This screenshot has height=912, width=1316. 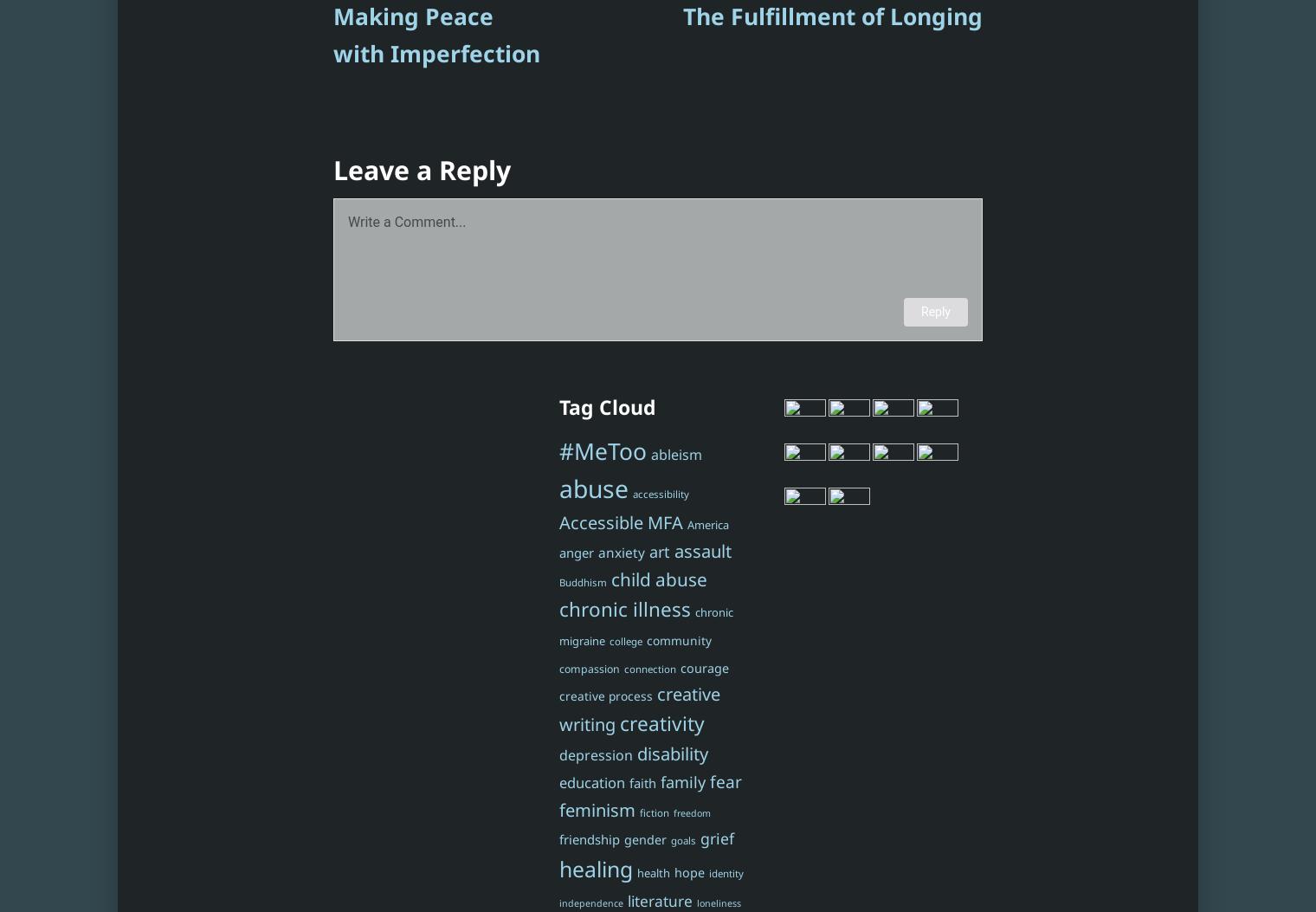 What do you see at coordinates (638, 707) in the screenshot?
I see `'creative writing'` at bounding box center [638, 707].